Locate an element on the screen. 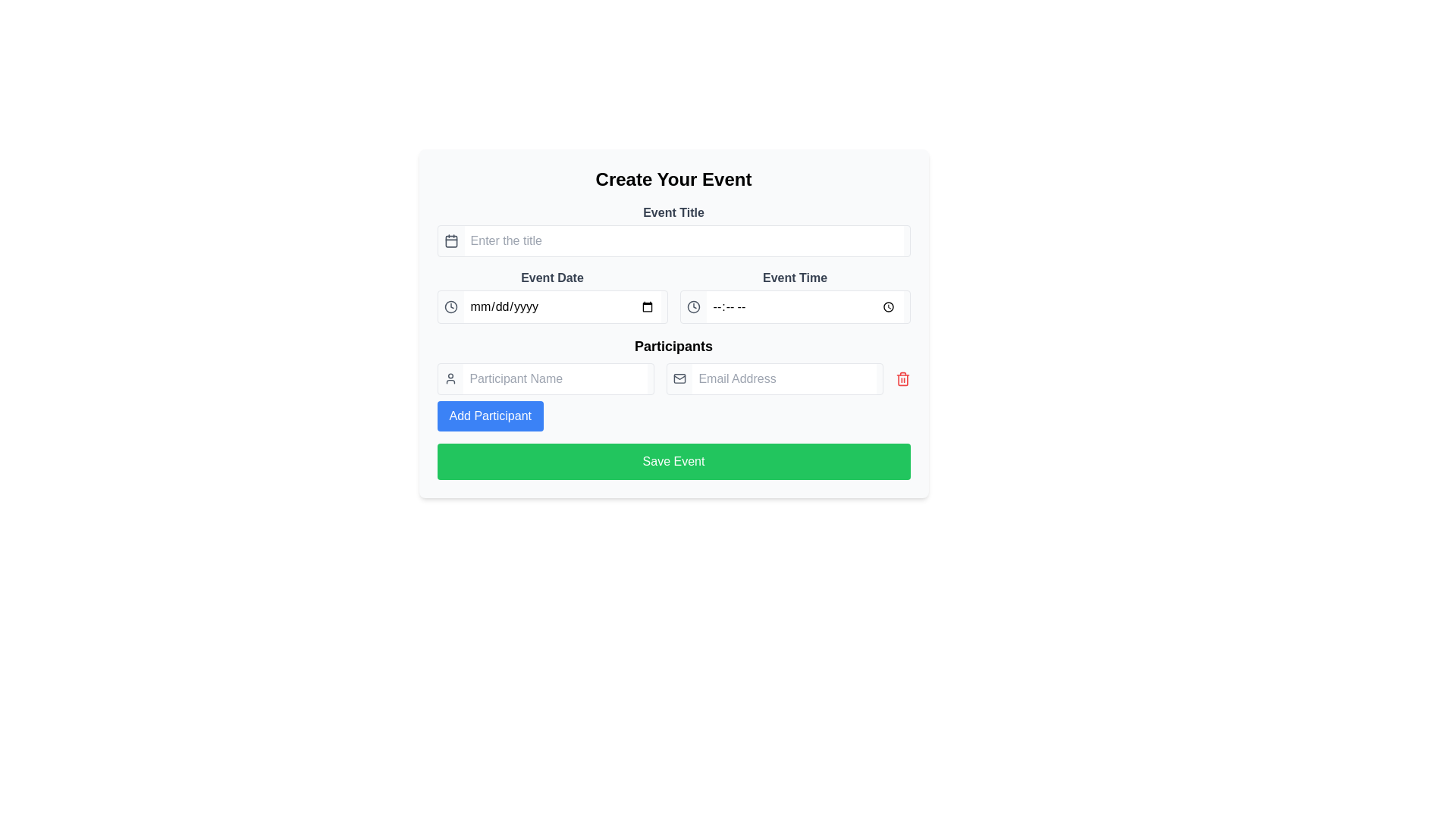  the decorative or indicative icon located to the left of the 'Enter the title' input field, which signifies the purpose of the field for scheduling or calendar events is located at coordinates (450, 240).